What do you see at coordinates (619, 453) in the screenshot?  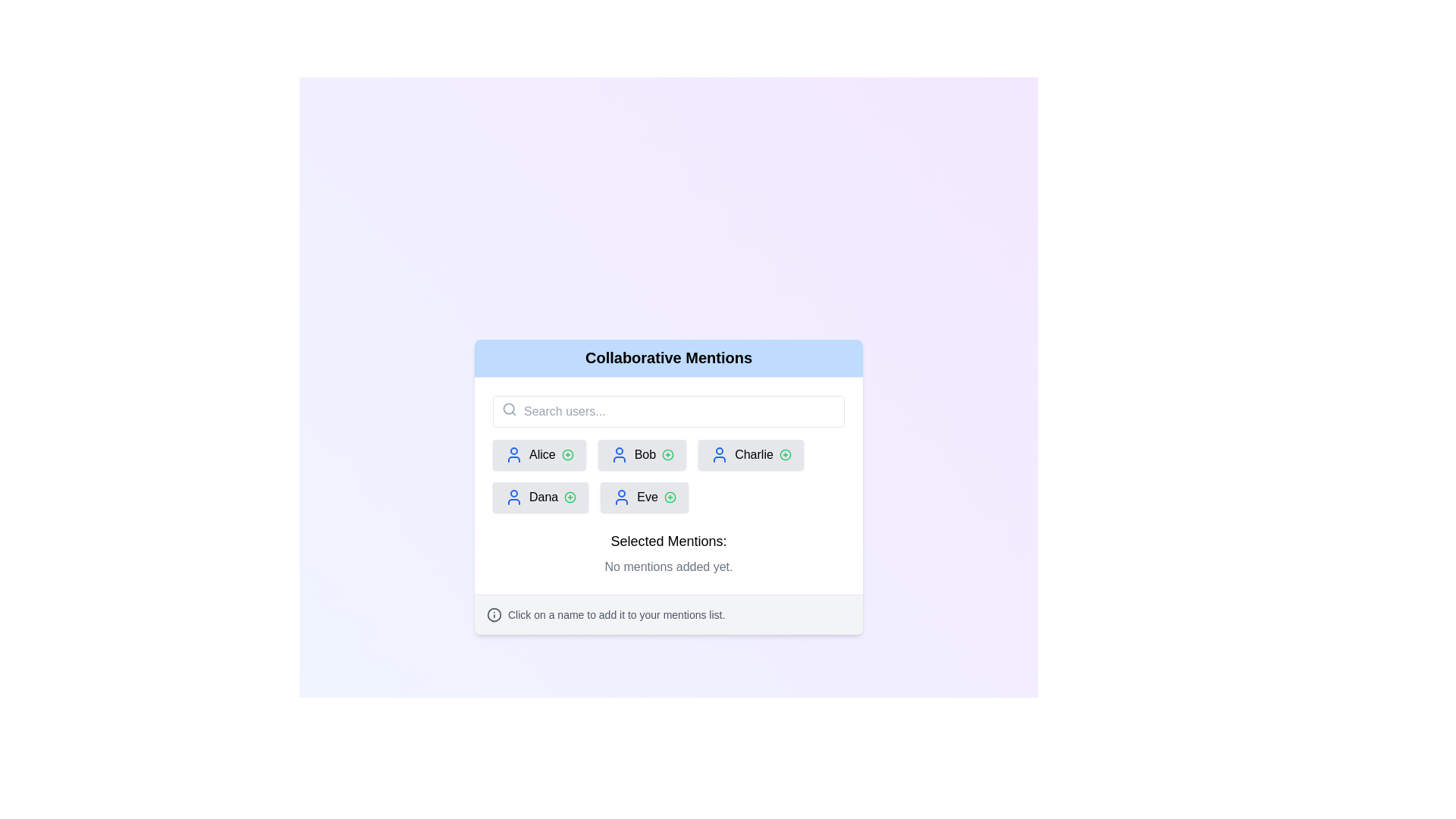 I see `the user identity icon for Bob, located as the leftmost item in the 'Bob' button row of the user selection grid` at bounding box center [619, 453].